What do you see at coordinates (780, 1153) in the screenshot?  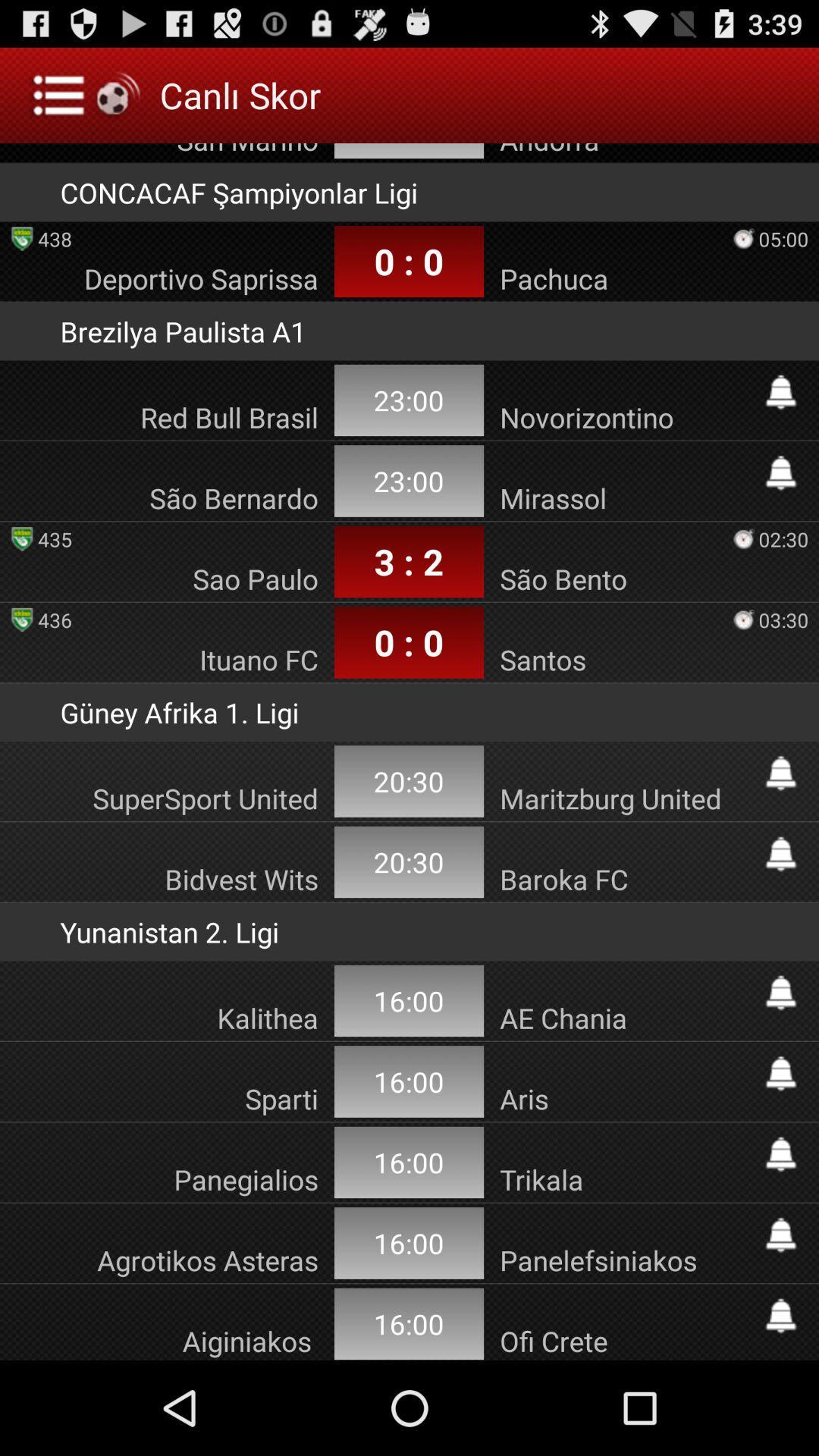 I see `notify on match` at bounding box center [780, 1153].